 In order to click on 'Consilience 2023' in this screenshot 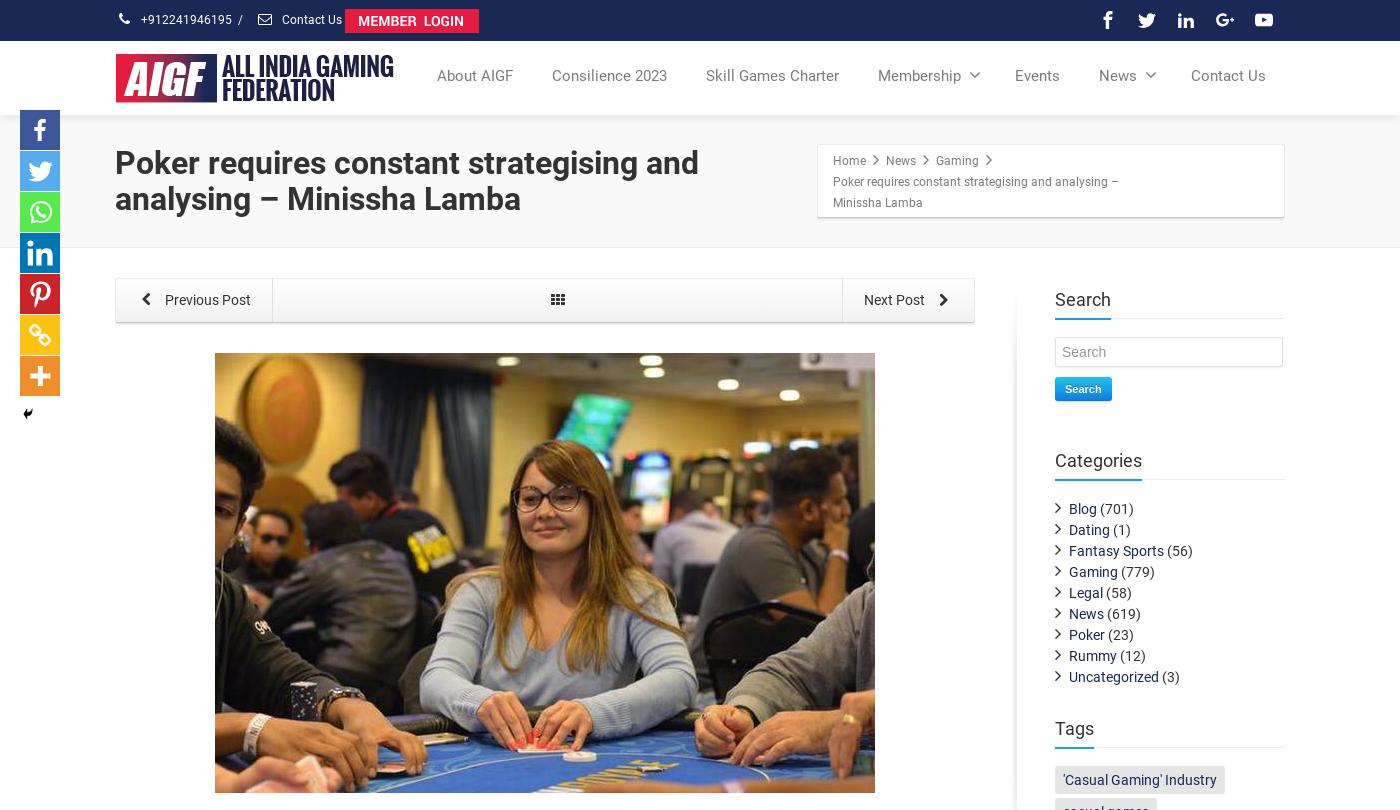, I will do `click(609, 75)`.